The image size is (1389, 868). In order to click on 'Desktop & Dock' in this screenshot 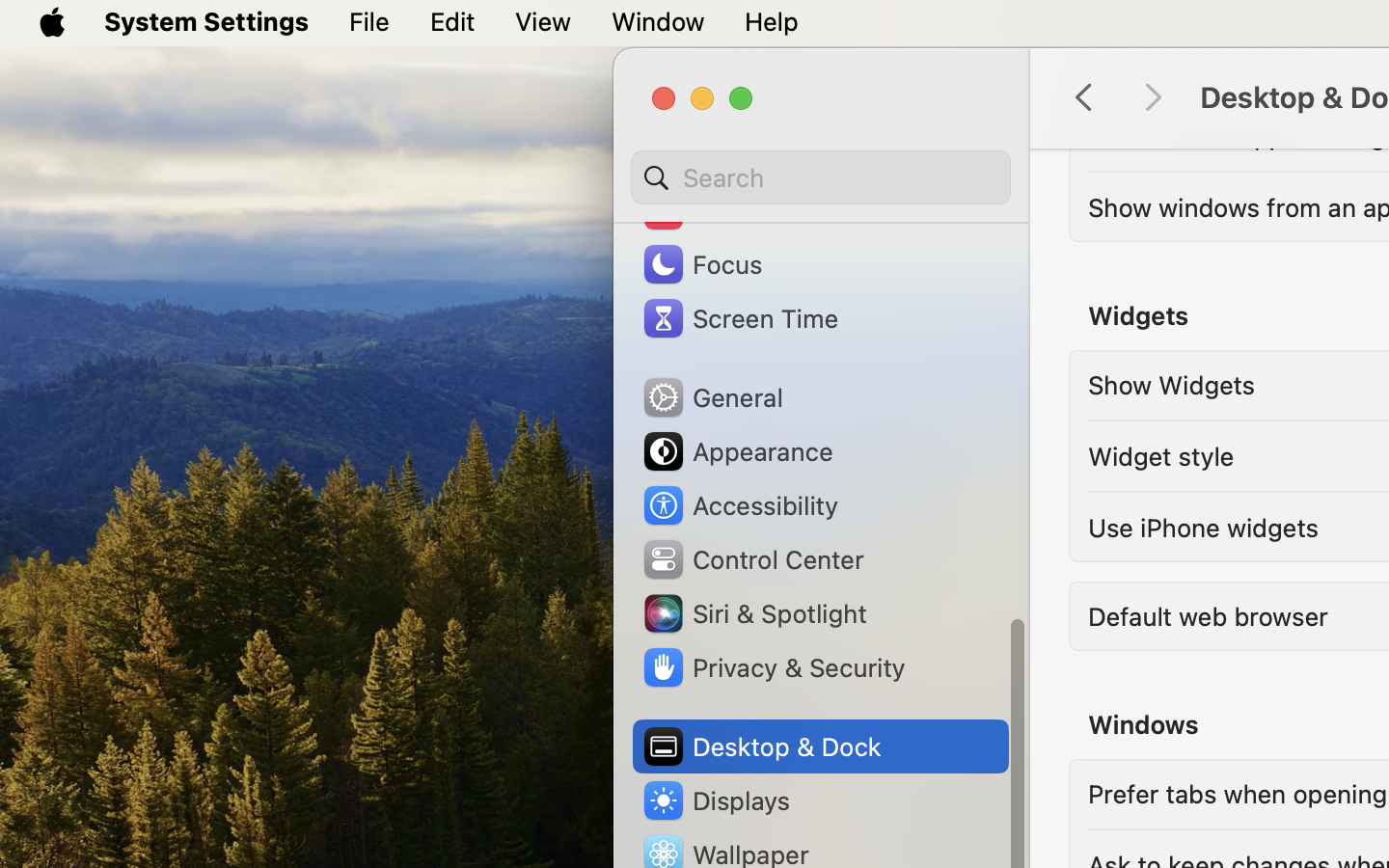, I will do `click(760, 746)`.